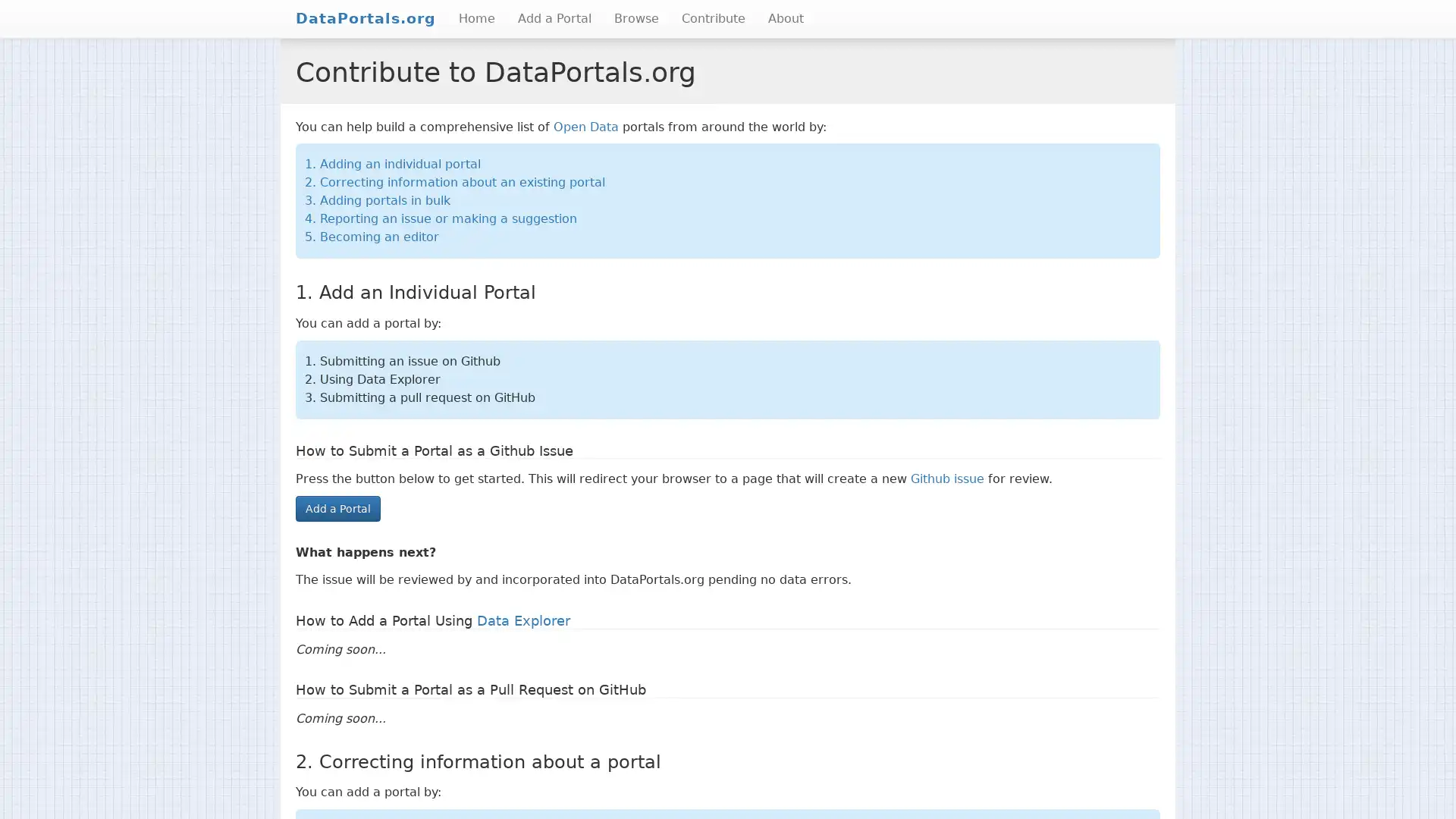 The height and width of the screenshot is (819, 1456). Describe the element at coordinates (337, 509) in the screenshot. I see `Add a Portal` at that location.